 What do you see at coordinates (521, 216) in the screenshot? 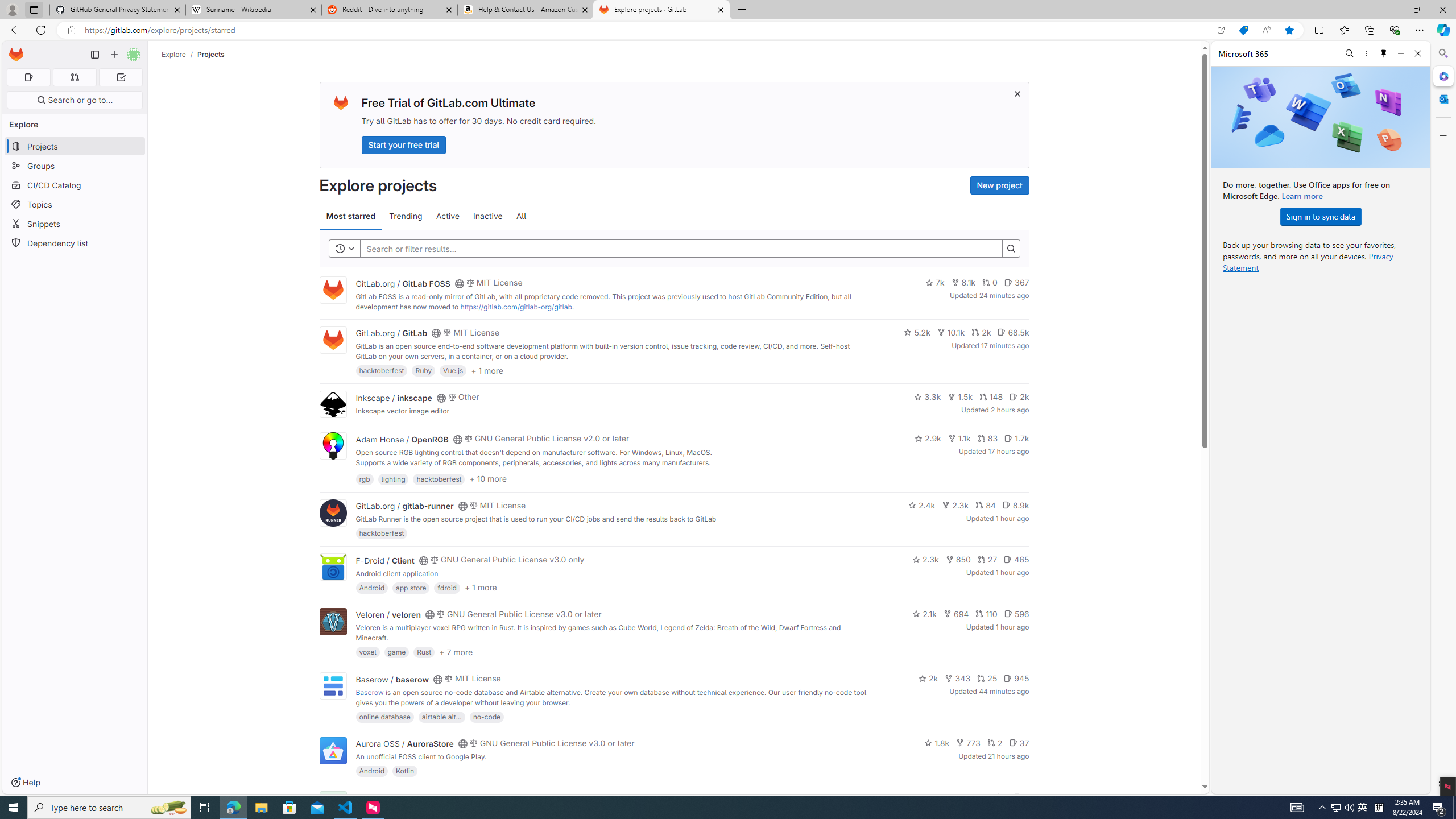
I see `'All'` at bounding box center [521, 216].